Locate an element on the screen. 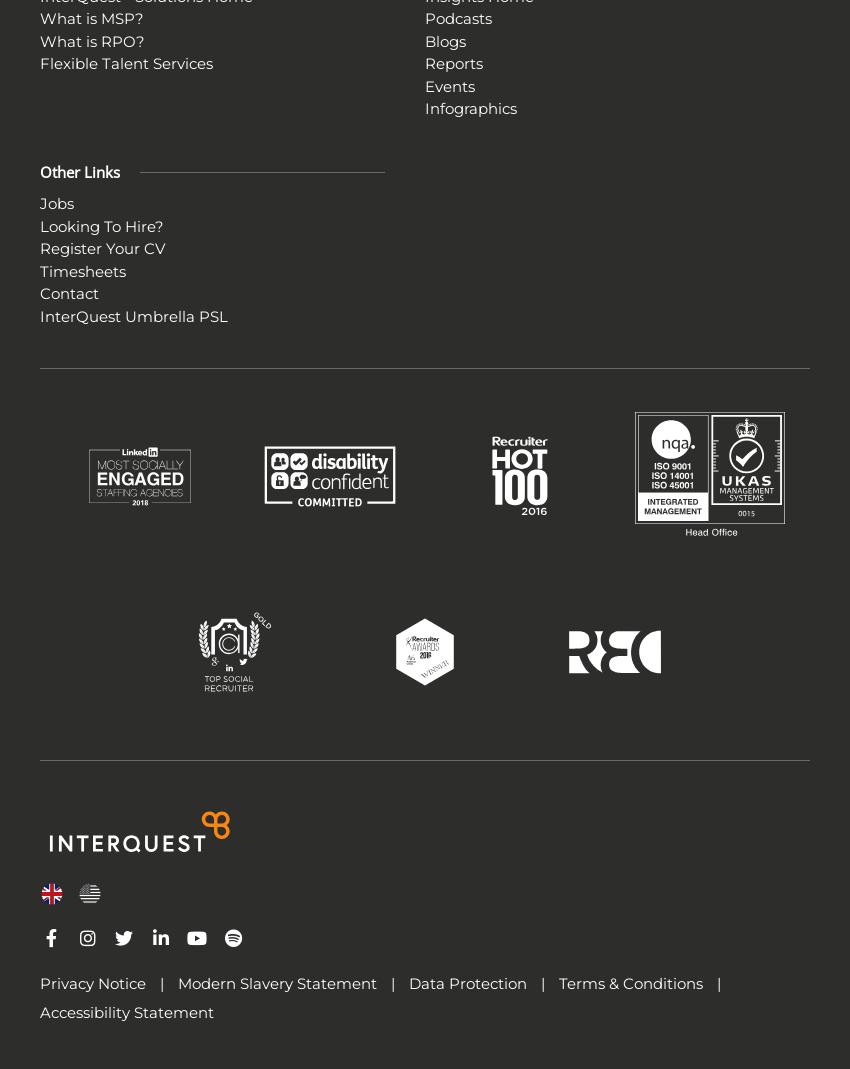 This screenshot has height=1069, width=850. 'Jobs' is located at coordinates (57, 203).